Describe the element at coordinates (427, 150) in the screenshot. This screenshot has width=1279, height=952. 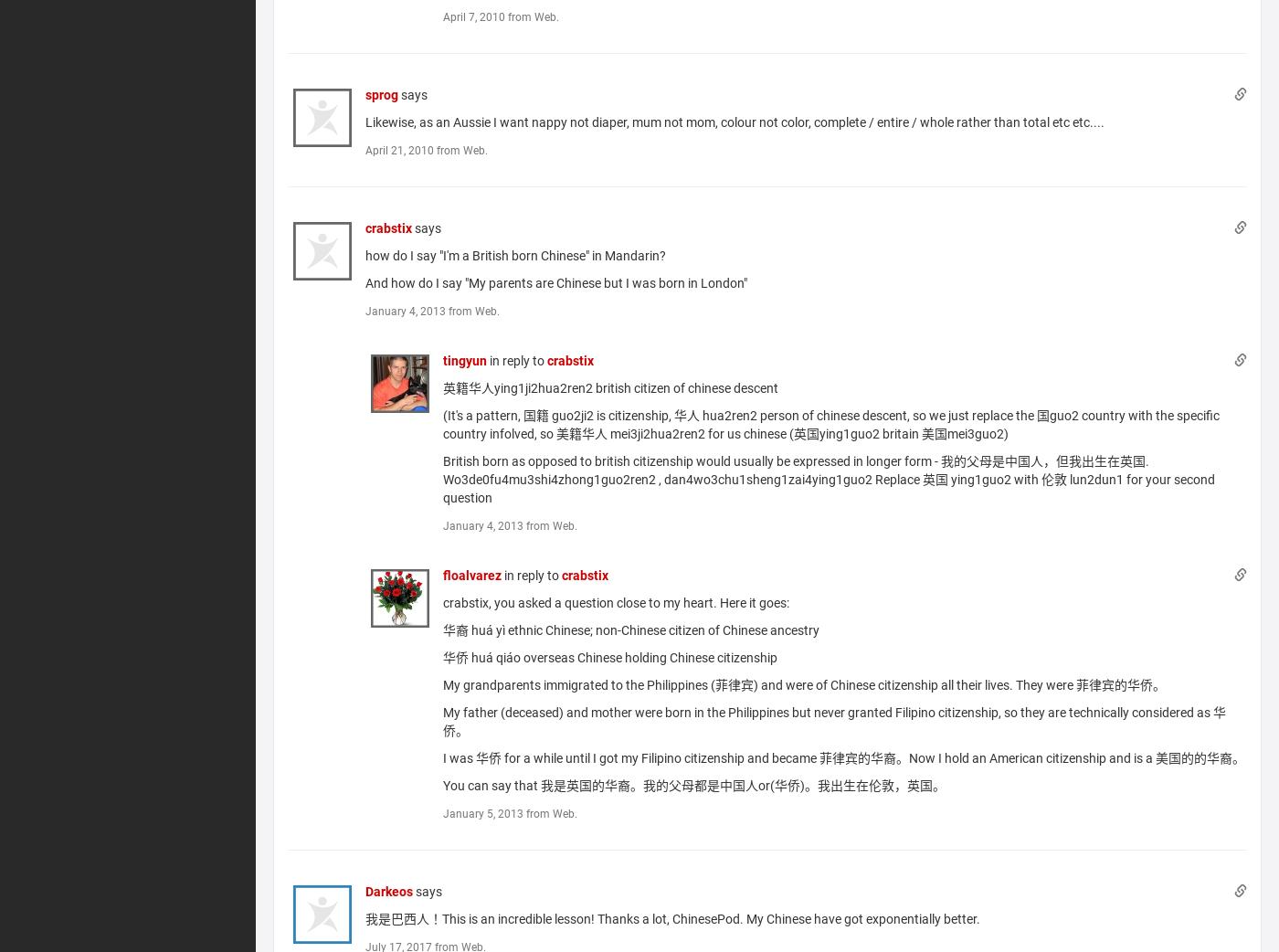
I see `'April 21, 2010 from Web.'` at that location.